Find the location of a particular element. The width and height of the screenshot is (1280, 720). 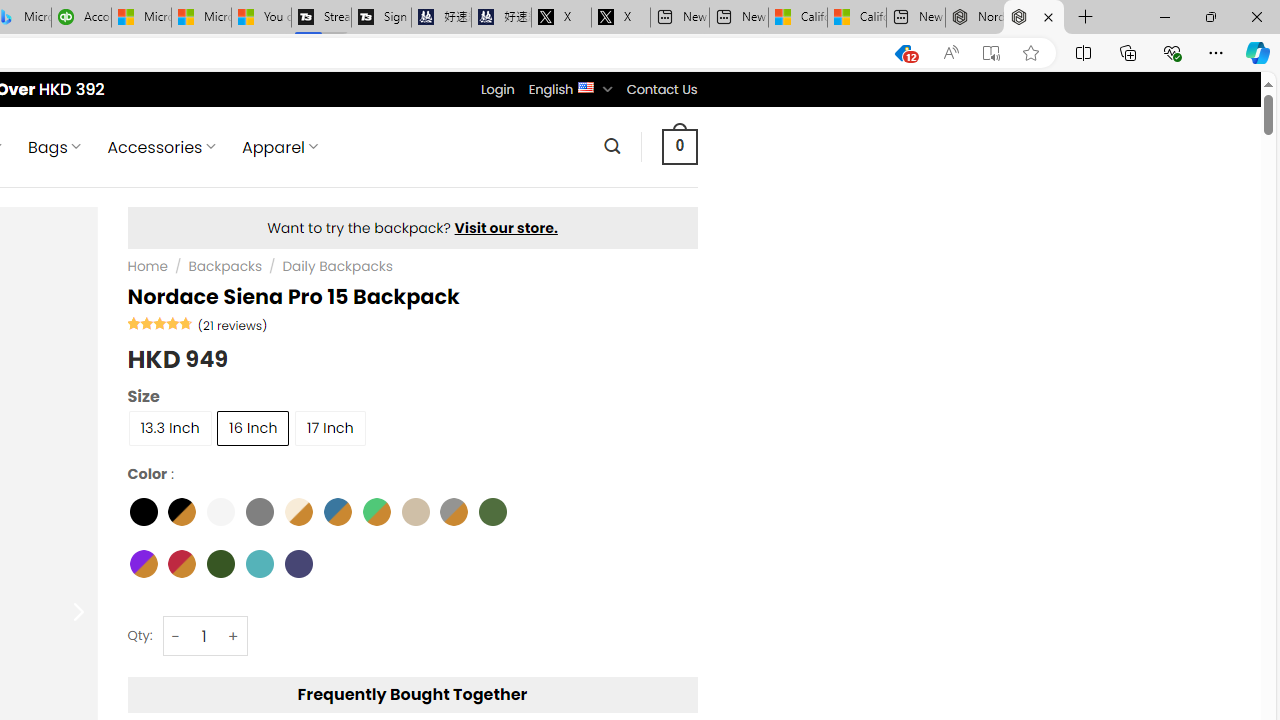

'13.3 Inch' is located at coordinates (169, 426).